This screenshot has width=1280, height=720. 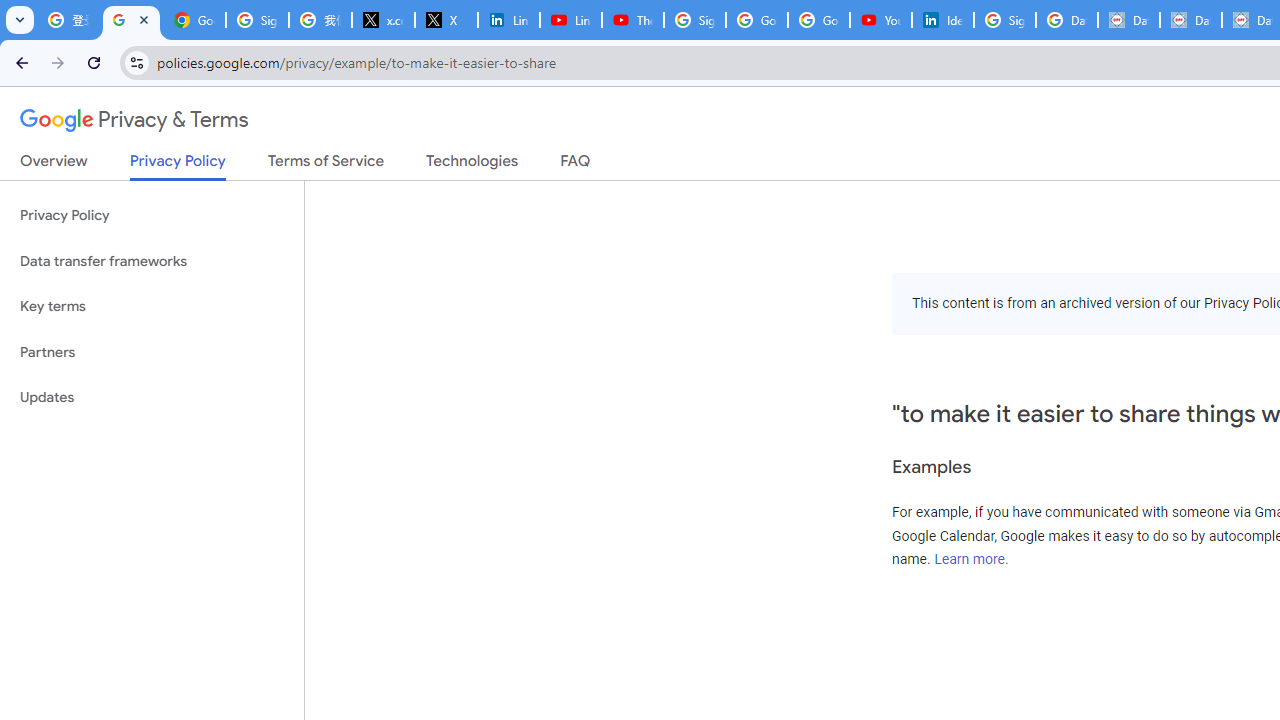 What do you see at coordinates (971, 559) in the screenshot?
I see `'Learn more.'` at bounding box center [971, 559].